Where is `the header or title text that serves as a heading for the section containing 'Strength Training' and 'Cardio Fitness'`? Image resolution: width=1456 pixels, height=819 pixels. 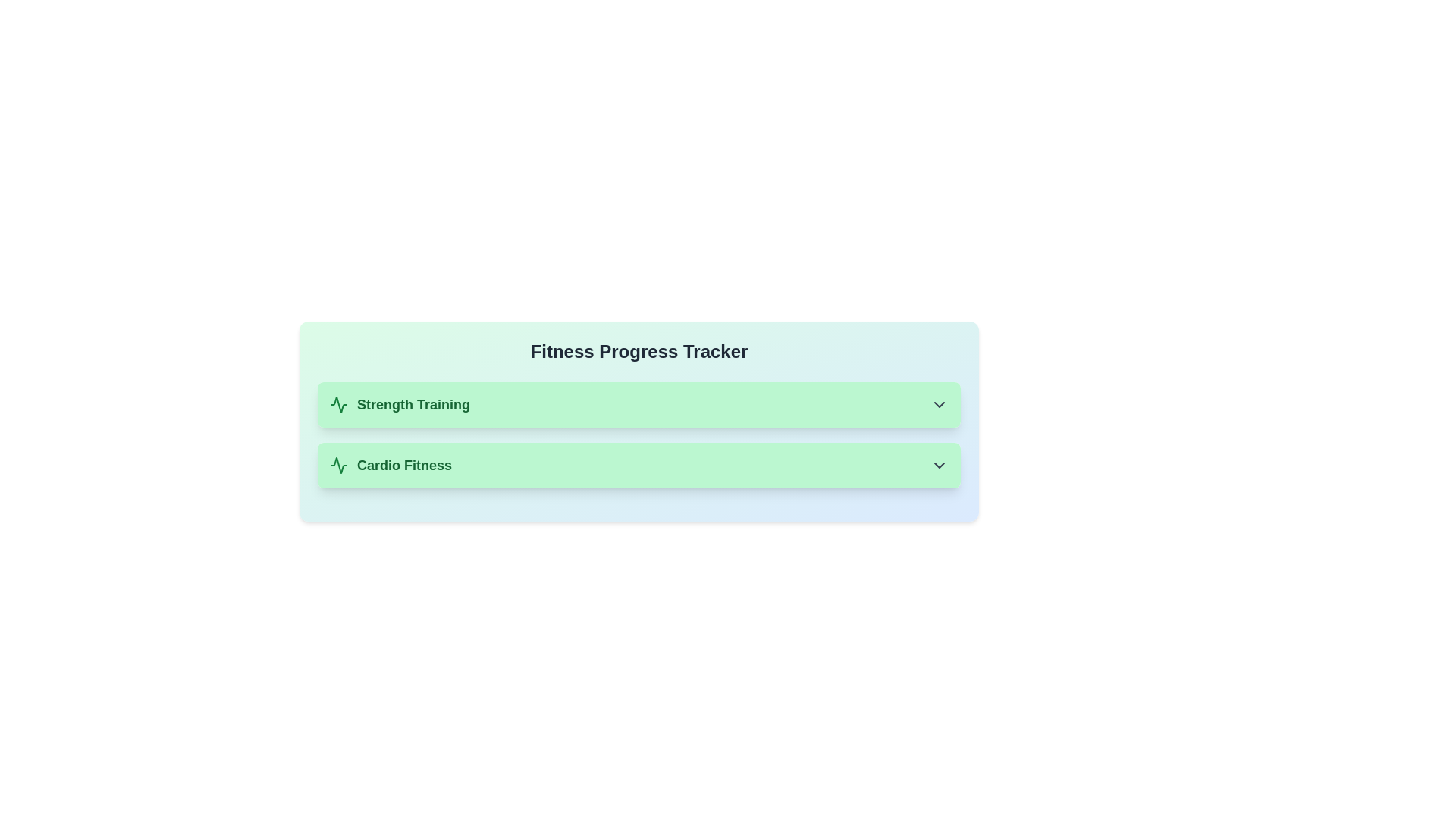
the header or title text that serves as a heading for the section containing 'Strength Training' and 'Cardio Fitness' is located at coordinates (639, 351).